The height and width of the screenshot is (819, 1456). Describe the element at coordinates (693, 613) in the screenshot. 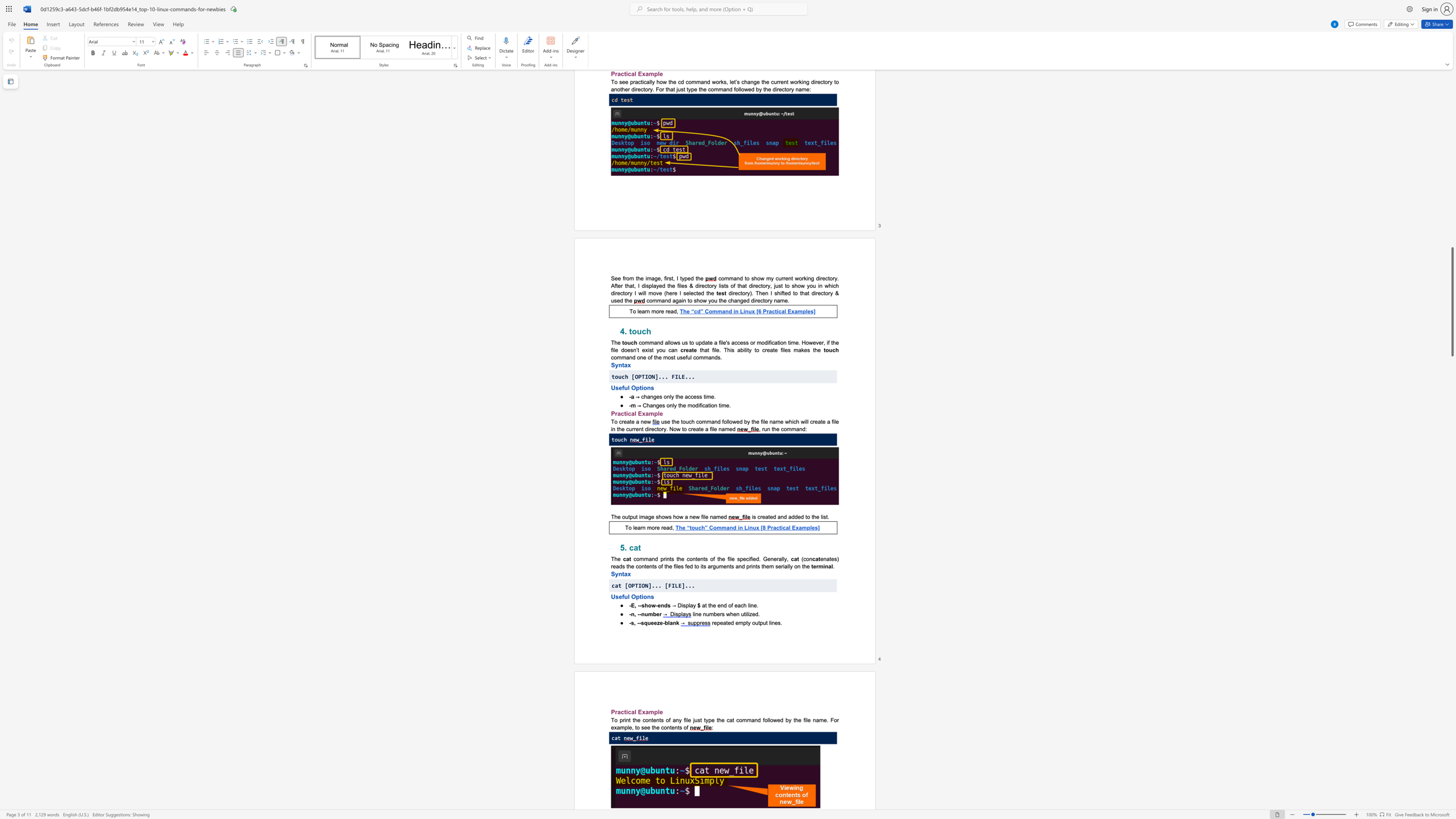

I see `the subset text "line numbers when" within the text "line numbers when"` at that location.